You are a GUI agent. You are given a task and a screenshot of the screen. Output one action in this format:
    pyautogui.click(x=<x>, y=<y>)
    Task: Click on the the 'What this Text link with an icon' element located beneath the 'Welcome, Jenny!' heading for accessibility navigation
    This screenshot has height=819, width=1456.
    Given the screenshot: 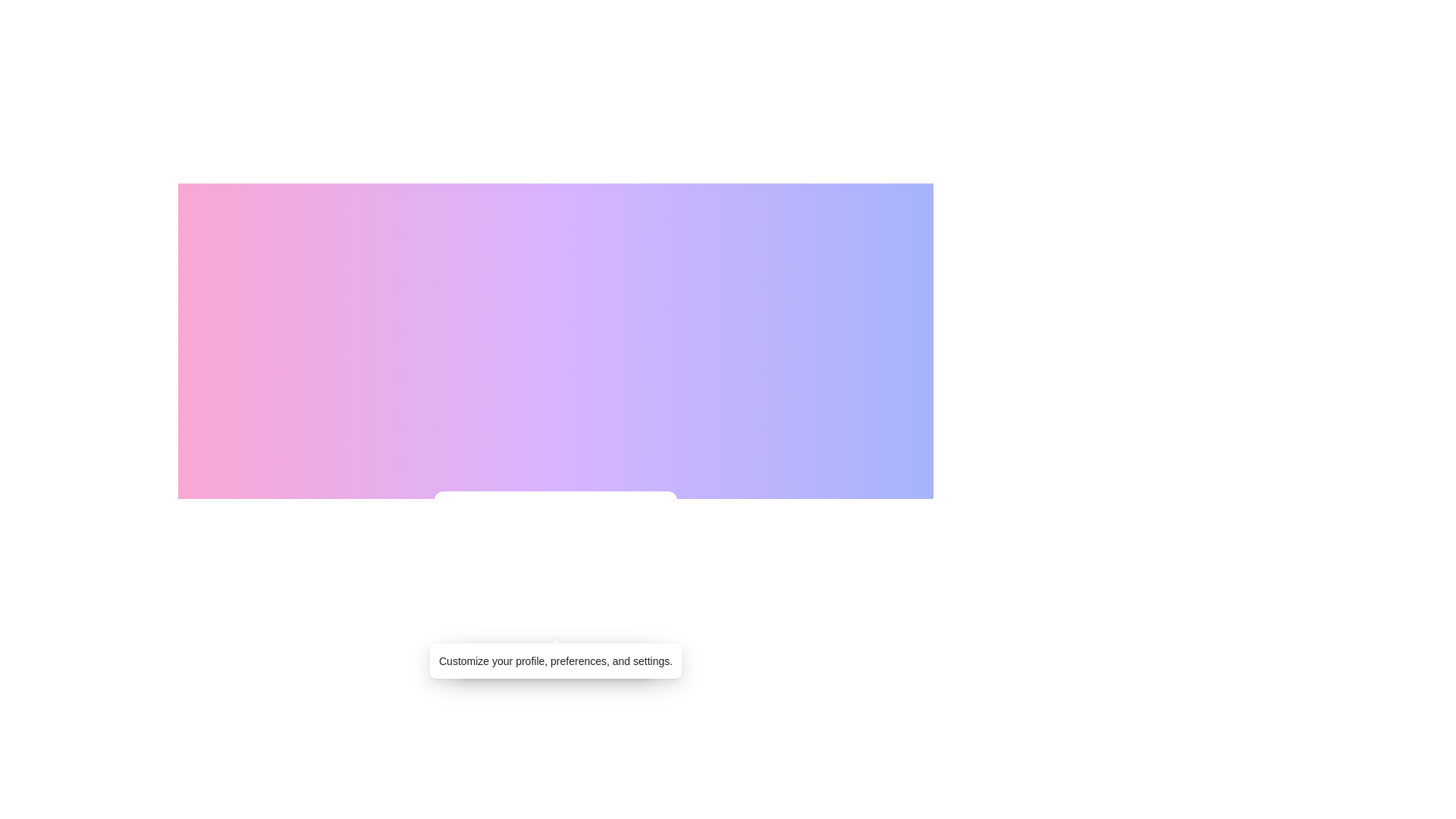 What is the action you would take?
    pyautogui.click(x=555, y=625)
    